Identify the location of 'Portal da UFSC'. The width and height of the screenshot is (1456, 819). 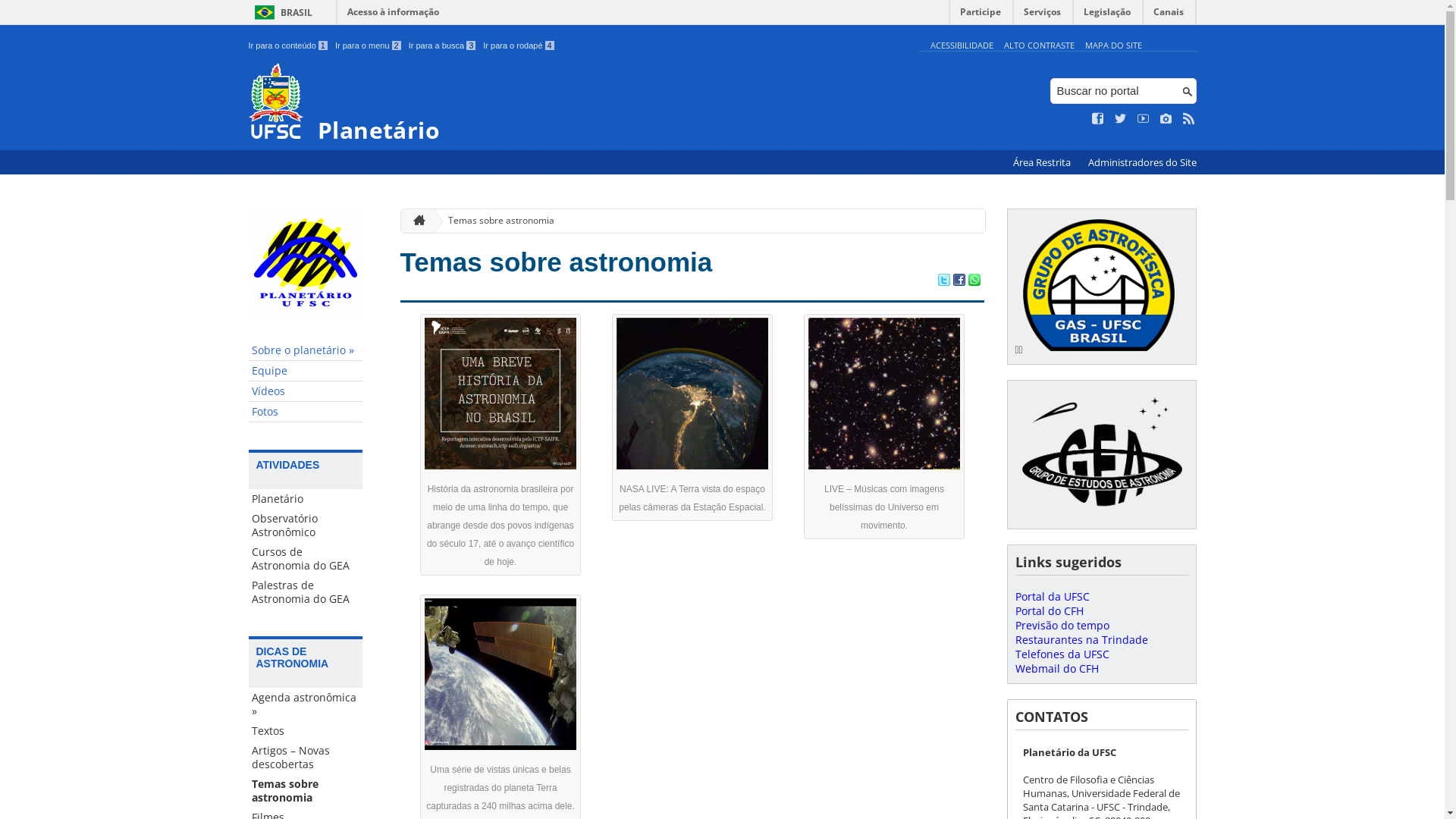
(1051, 595).